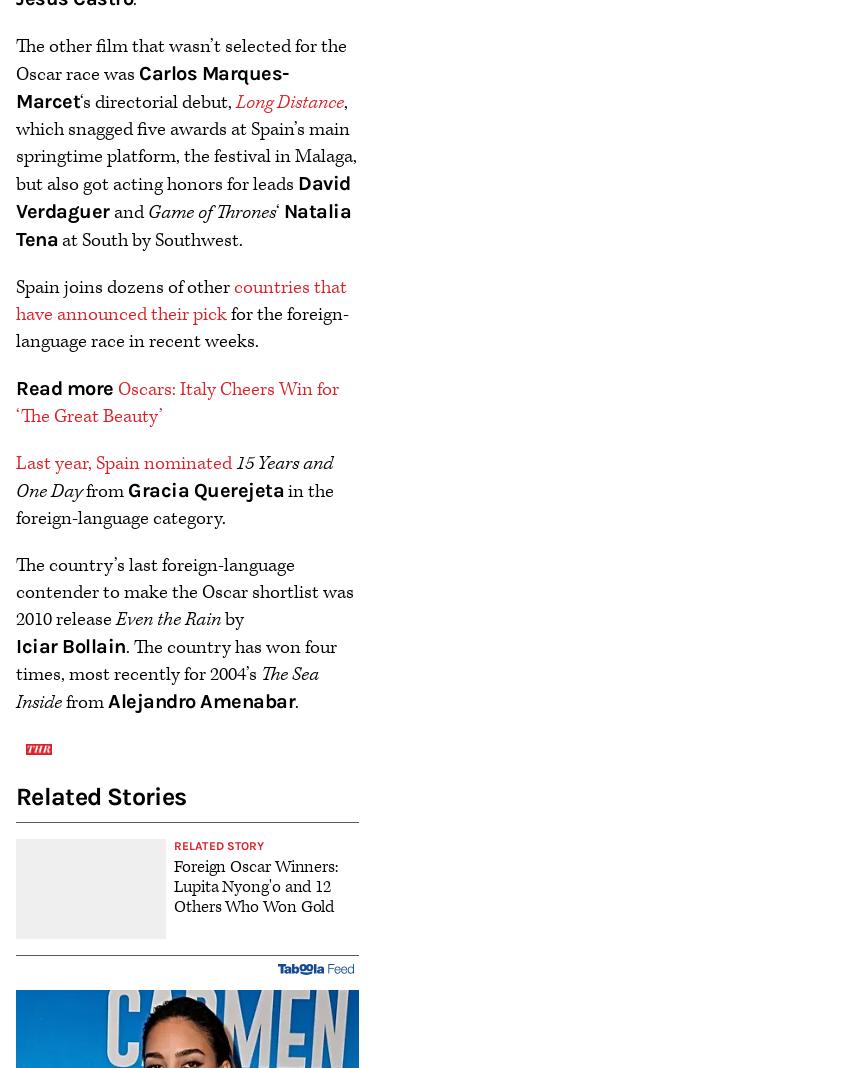 The image size is (849, 1068). What do you see at coordinates (209, 211) in the screenshot?
I see `'Game of Thrones'` at bounding box center [209, 211].